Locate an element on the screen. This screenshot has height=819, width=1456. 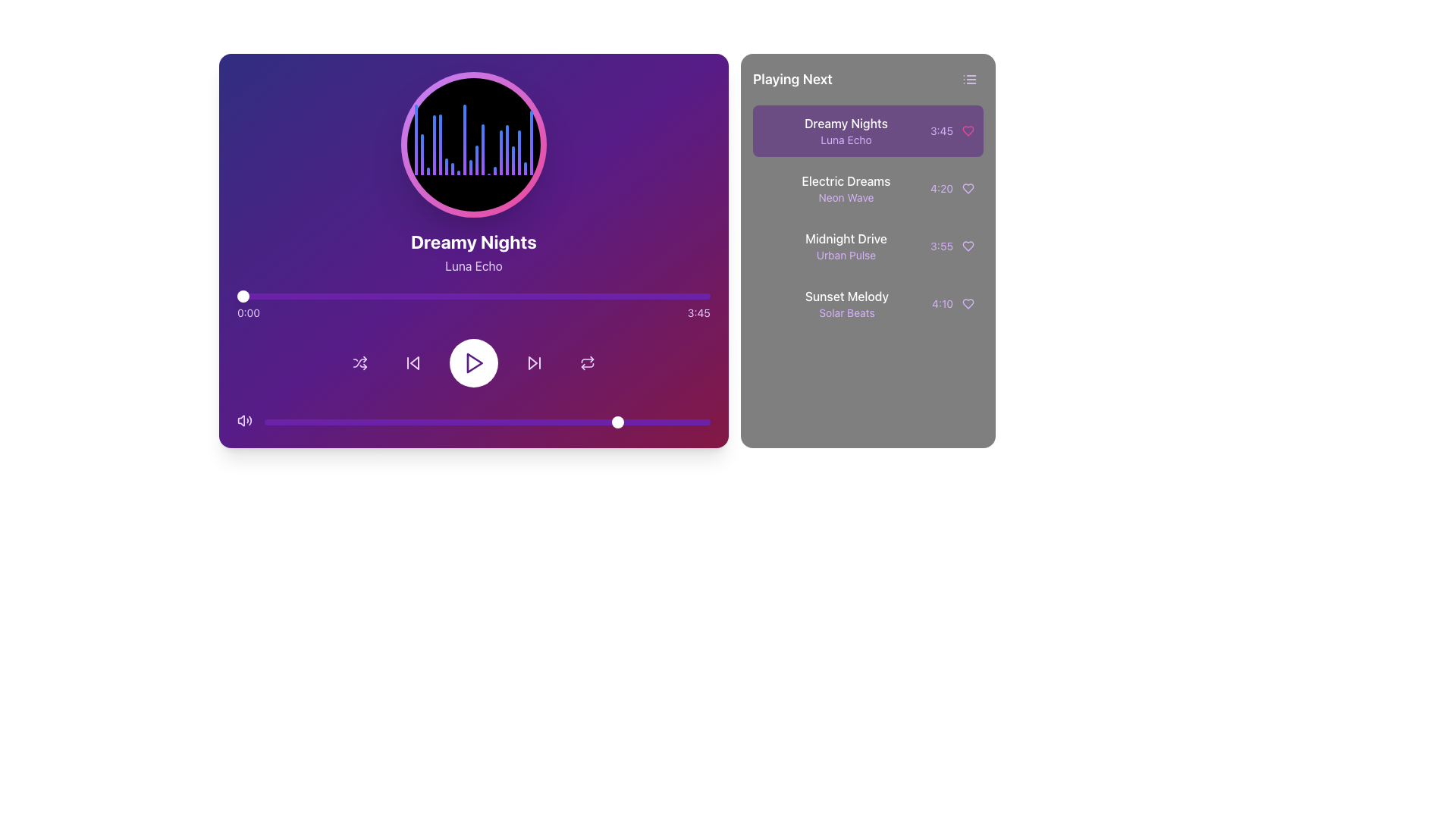
the text label that reads 'Dreamy Nights' in the 'Playing Next' section, which is styled with a white font on a purple background is located at coordinates (845, 122).